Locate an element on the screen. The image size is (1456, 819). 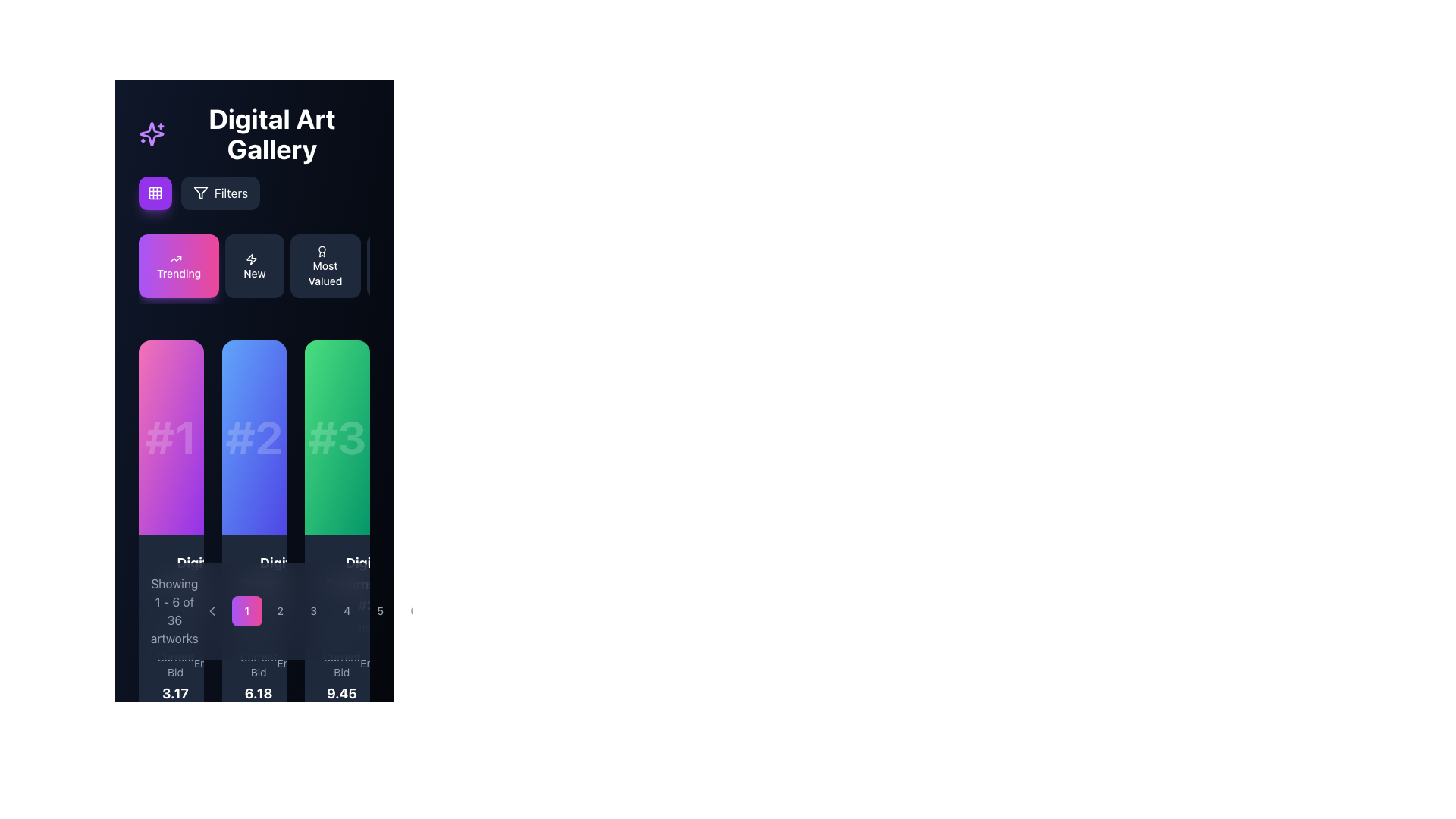
the small white lightning bolt SVG icon, which is centrally placed within the 'New' button in the horizontal row of buttons below the 'Digital Art Gallery' header is located at coordinates (251, 259).